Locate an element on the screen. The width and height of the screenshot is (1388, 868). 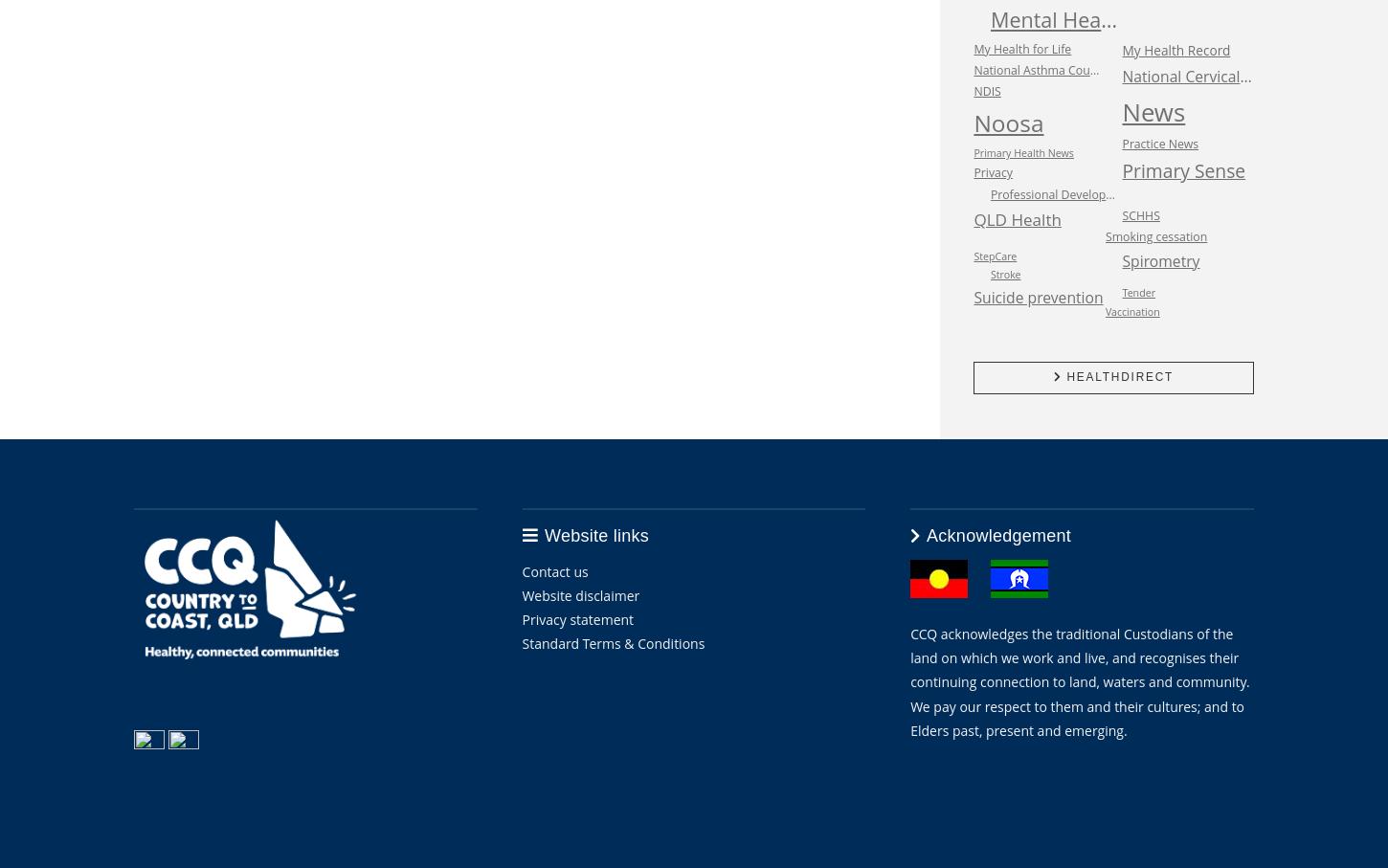
'StepCare' is located at coordinates (974, 255).